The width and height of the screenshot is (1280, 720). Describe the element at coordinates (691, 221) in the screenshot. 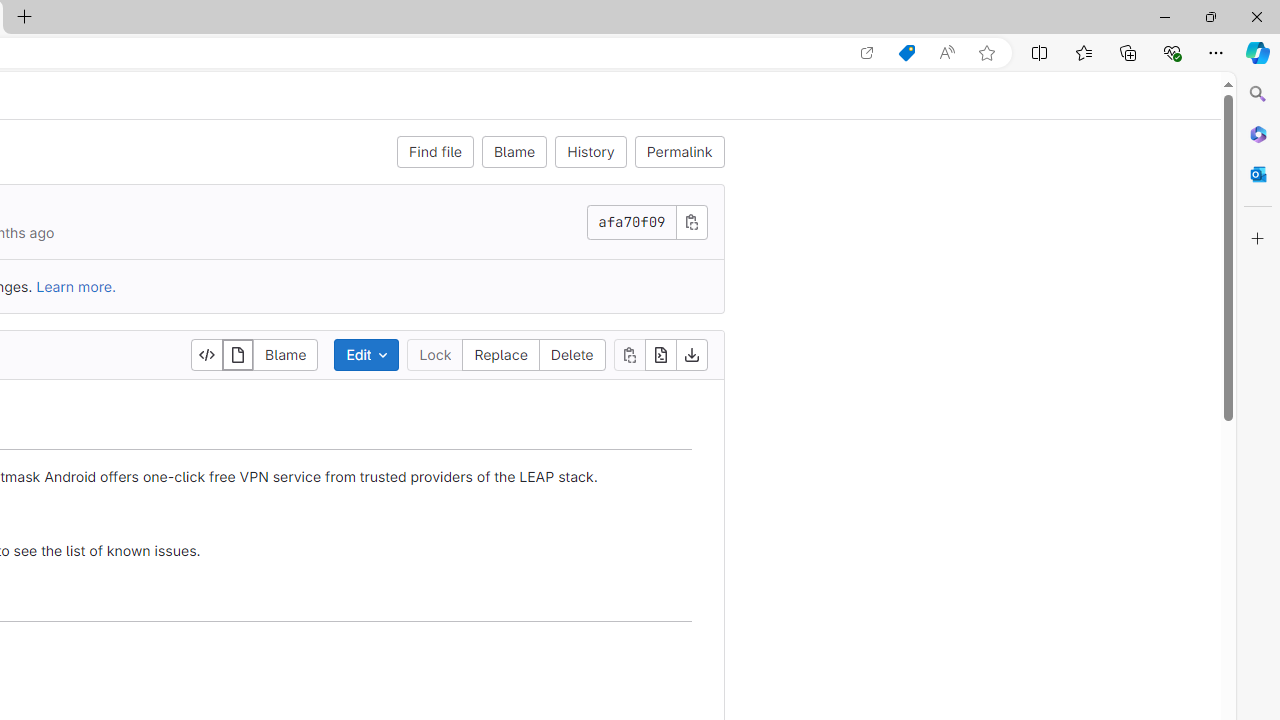

I see `'Class: s16 gl-icon gl-button-icon '` at that location.